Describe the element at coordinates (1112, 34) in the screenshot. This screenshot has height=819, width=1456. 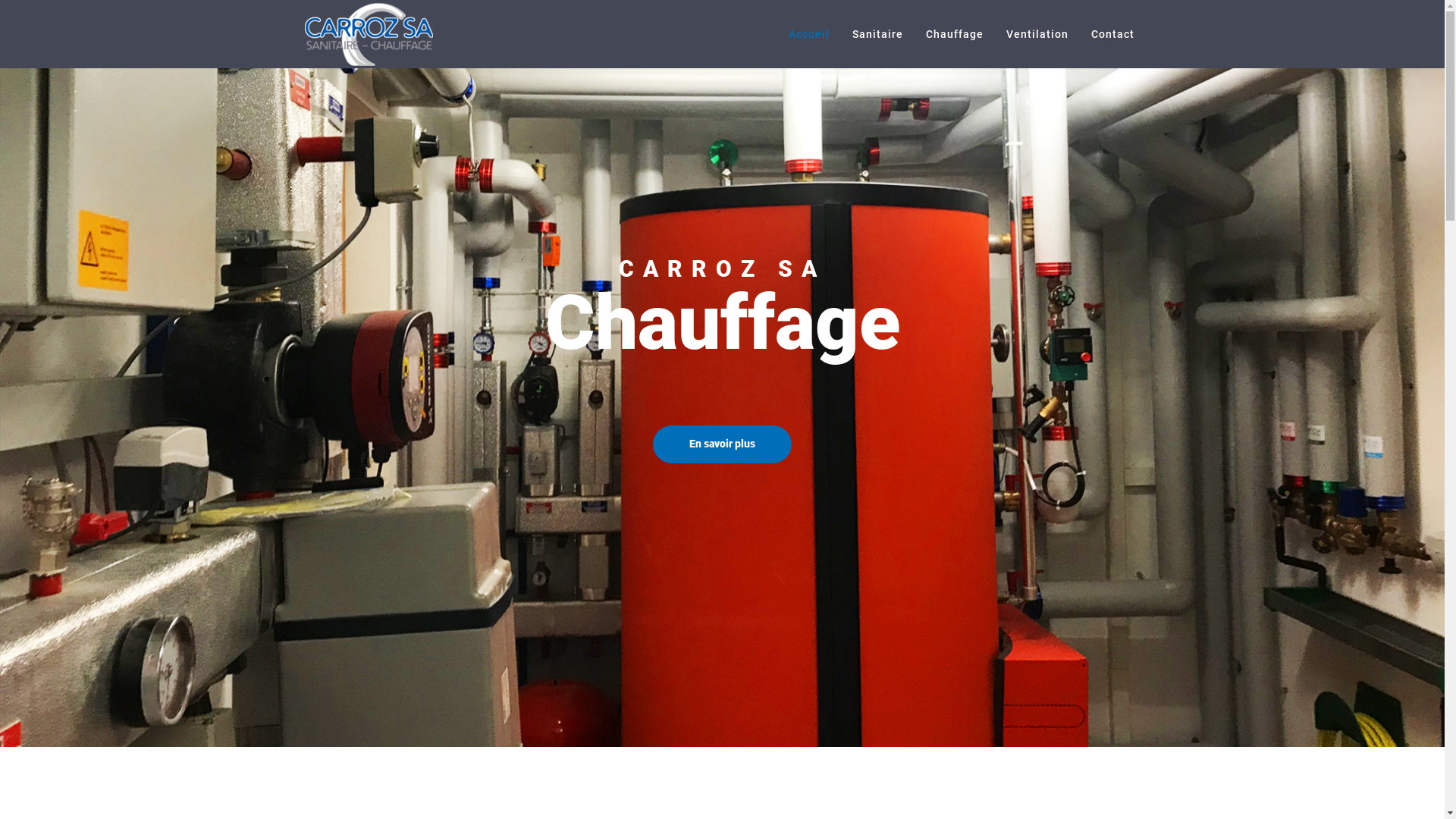
I see `'Contact'` at that location.